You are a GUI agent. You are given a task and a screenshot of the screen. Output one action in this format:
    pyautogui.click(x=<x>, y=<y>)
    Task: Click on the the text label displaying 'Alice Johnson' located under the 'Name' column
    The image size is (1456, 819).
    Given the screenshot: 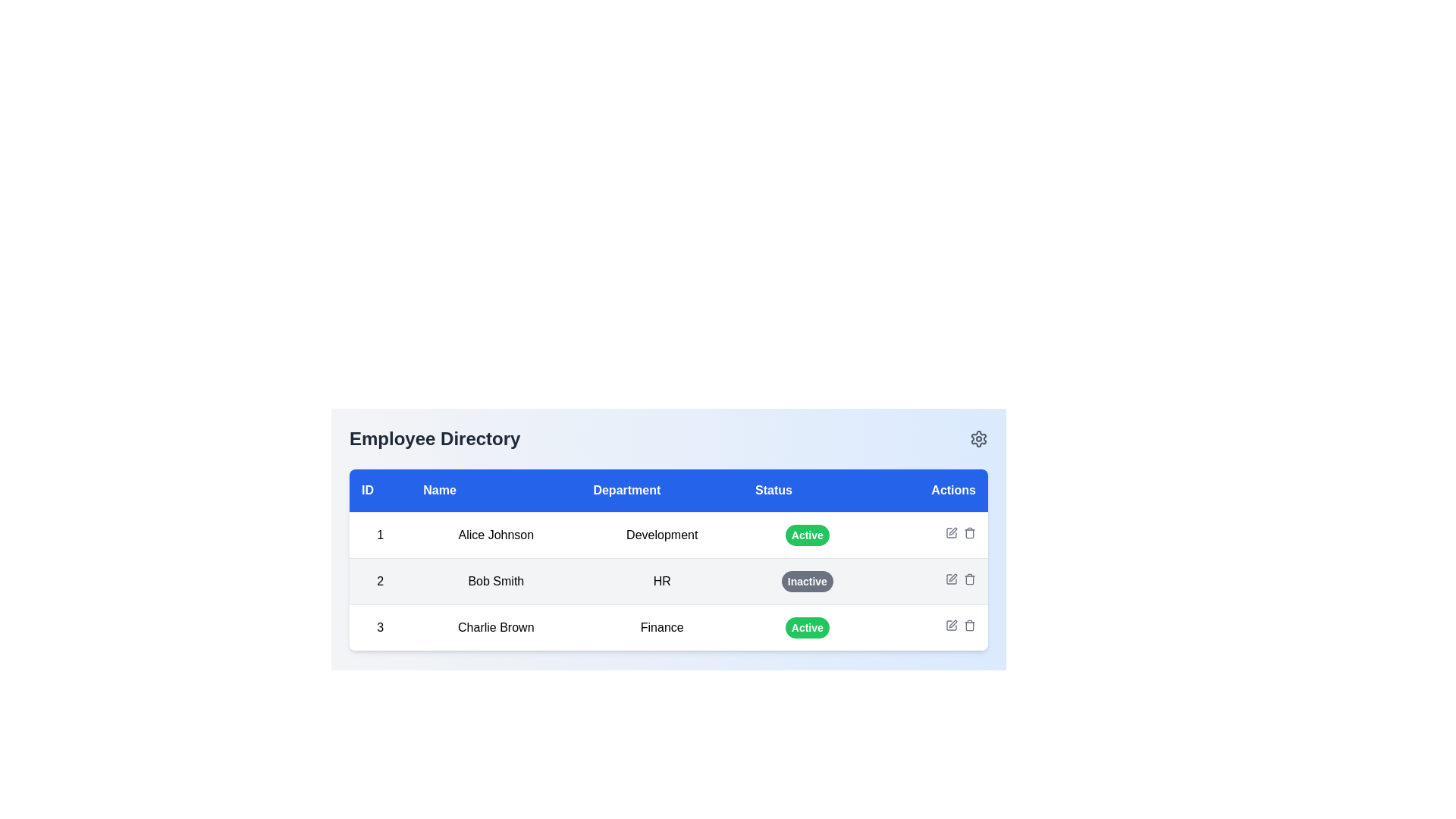 What is the action you would take?
    pyautogui.click(x=496, y=534)
    